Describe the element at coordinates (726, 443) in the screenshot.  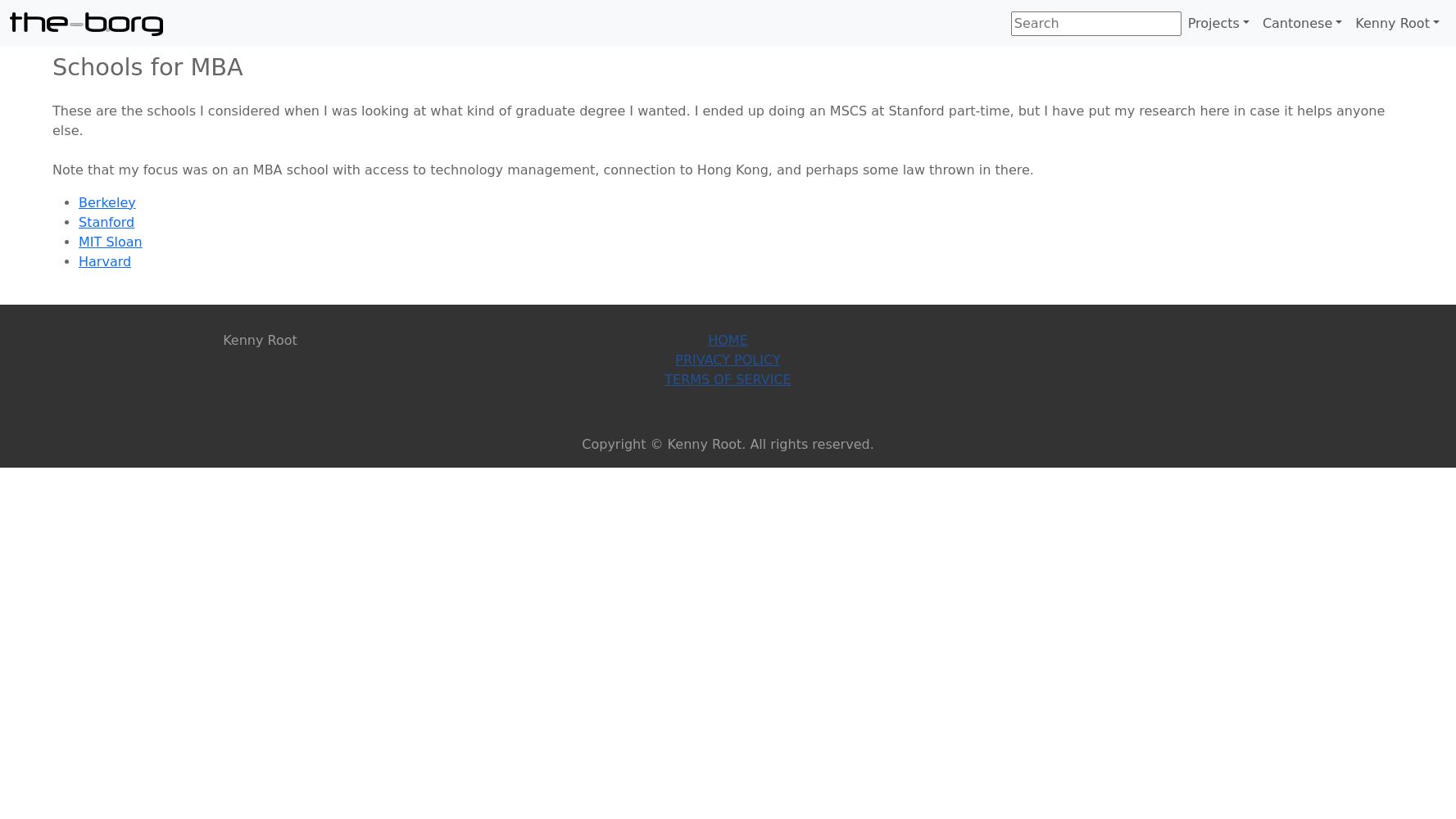
I see `'Copyright © Kenny Root. All rights reserved.'` at that location.